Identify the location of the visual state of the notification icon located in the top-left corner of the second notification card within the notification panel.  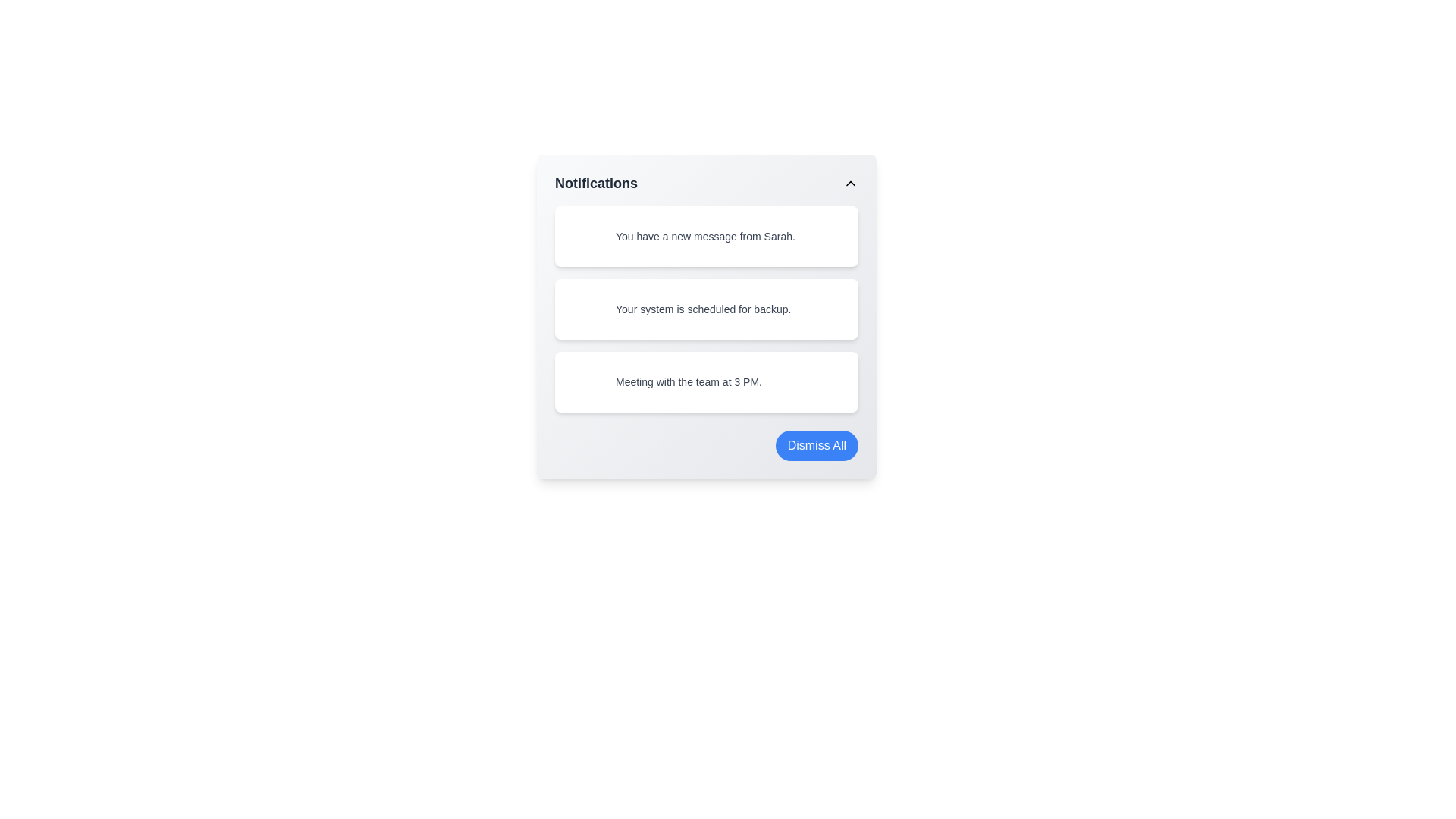
(585, 309).